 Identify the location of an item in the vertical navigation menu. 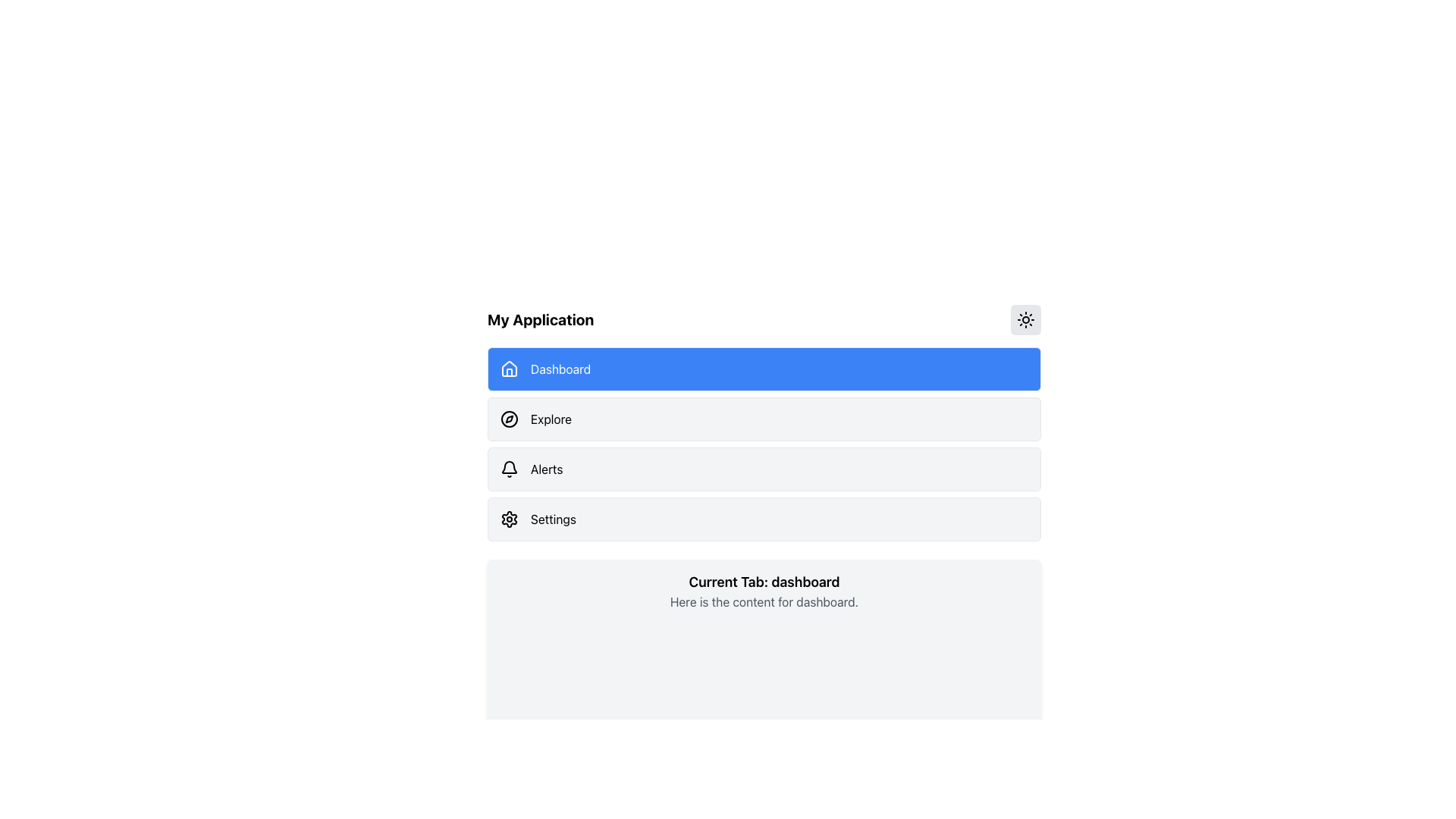
(764, 444).